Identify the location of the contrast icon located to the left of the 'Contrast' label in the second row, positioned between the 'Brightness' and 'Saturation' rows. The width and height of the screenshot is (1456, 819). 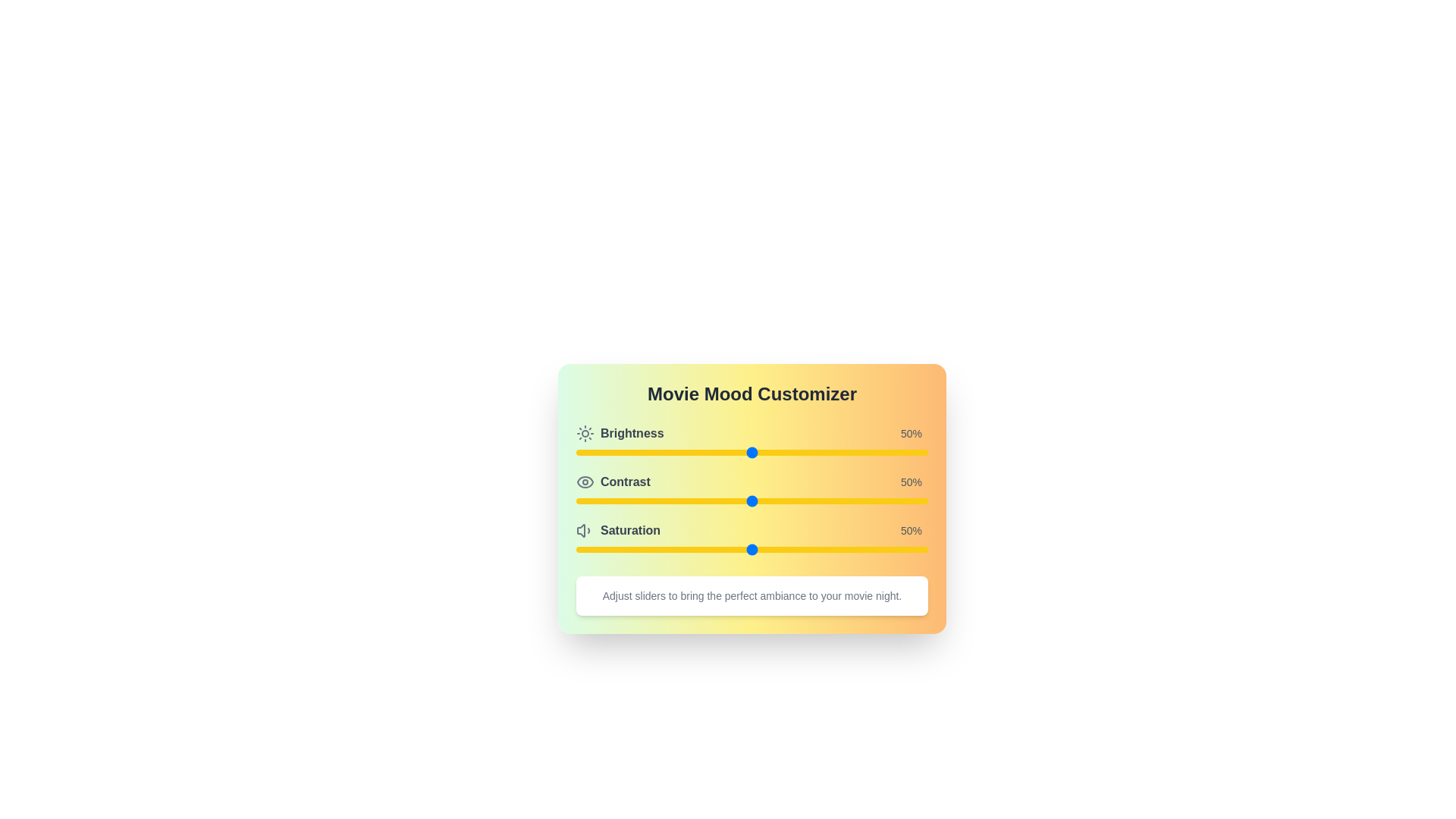
(585, 482).